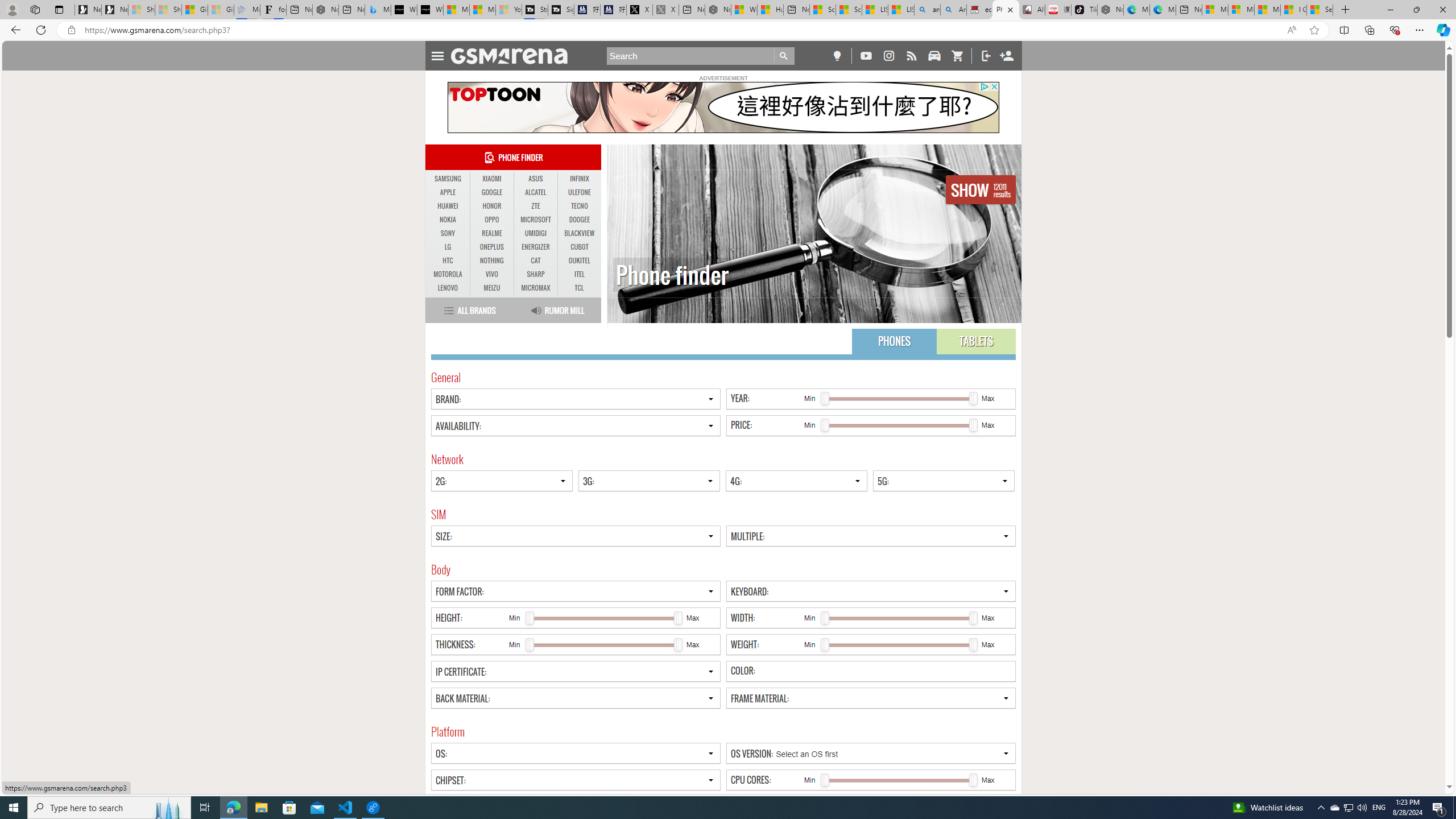 This screenshot has width=1456, height=819. Describe the element at coordinates (893, 341) in the screenshot. I see `'PHONES'` at that location.